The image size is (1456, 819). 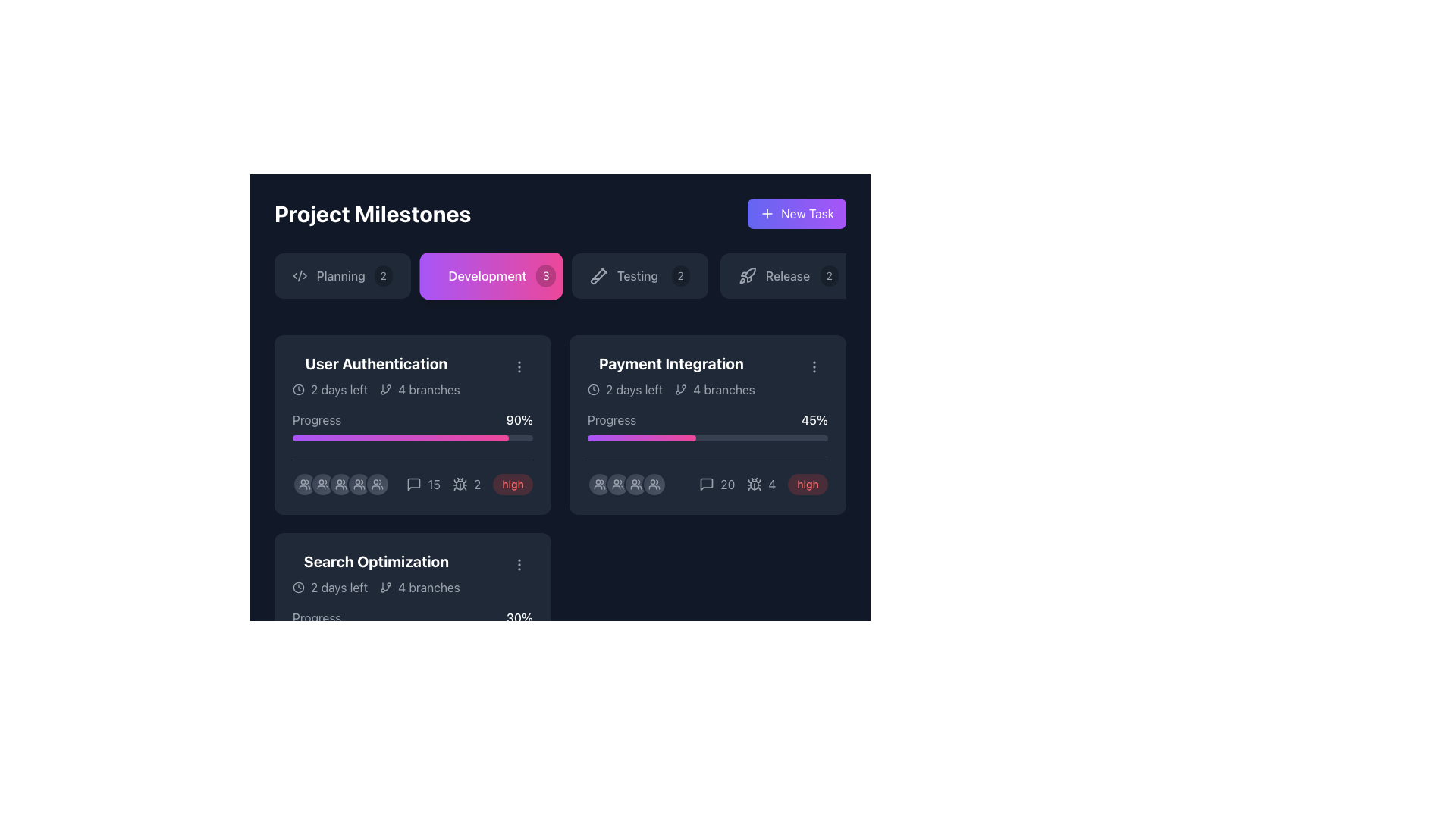 What do you see at coordinates (304, 485) in the screenshot?
I see `the user-related icon located at the bottom left corner of the 'User Authentication' card, which indicates the number of users associated with the task` at bounding box center [304, 485].